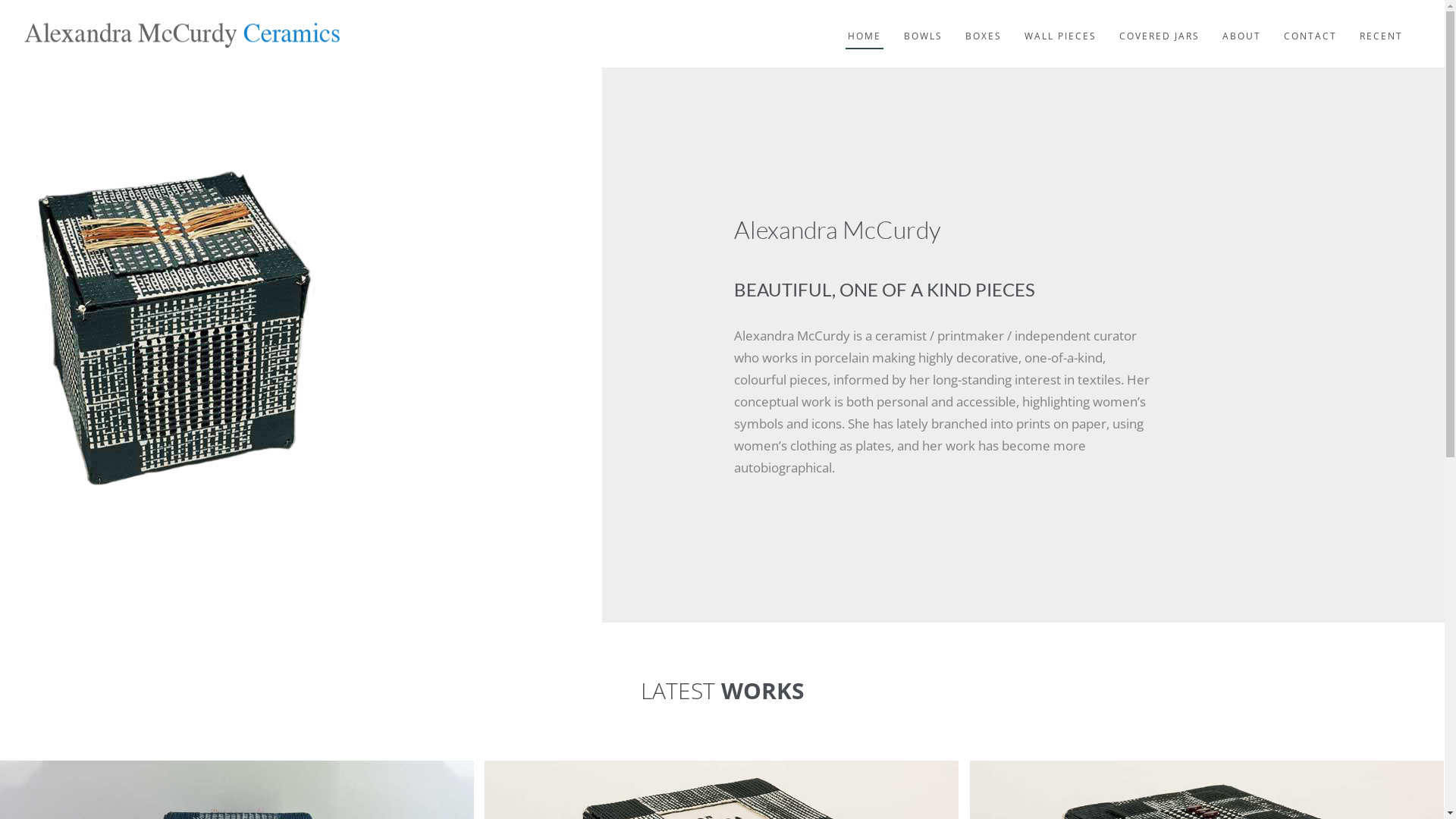 Image resolution: width=1456 pixels, height=819 pixels. Describe the element at coordinates (983, 24) in the screenshot. I see `'BOXES'` at that location.